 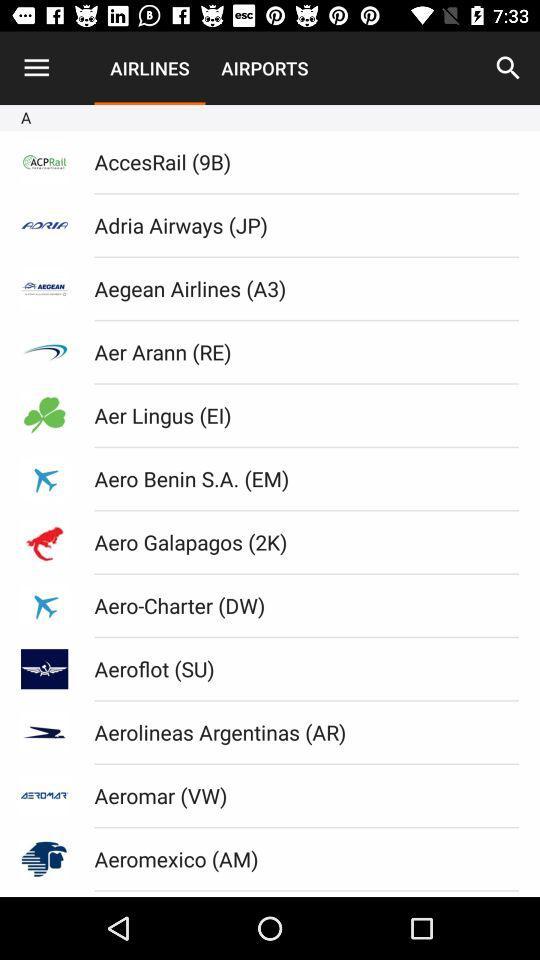 I want to click on first icon under the letter a, so click(x=44, y=161).